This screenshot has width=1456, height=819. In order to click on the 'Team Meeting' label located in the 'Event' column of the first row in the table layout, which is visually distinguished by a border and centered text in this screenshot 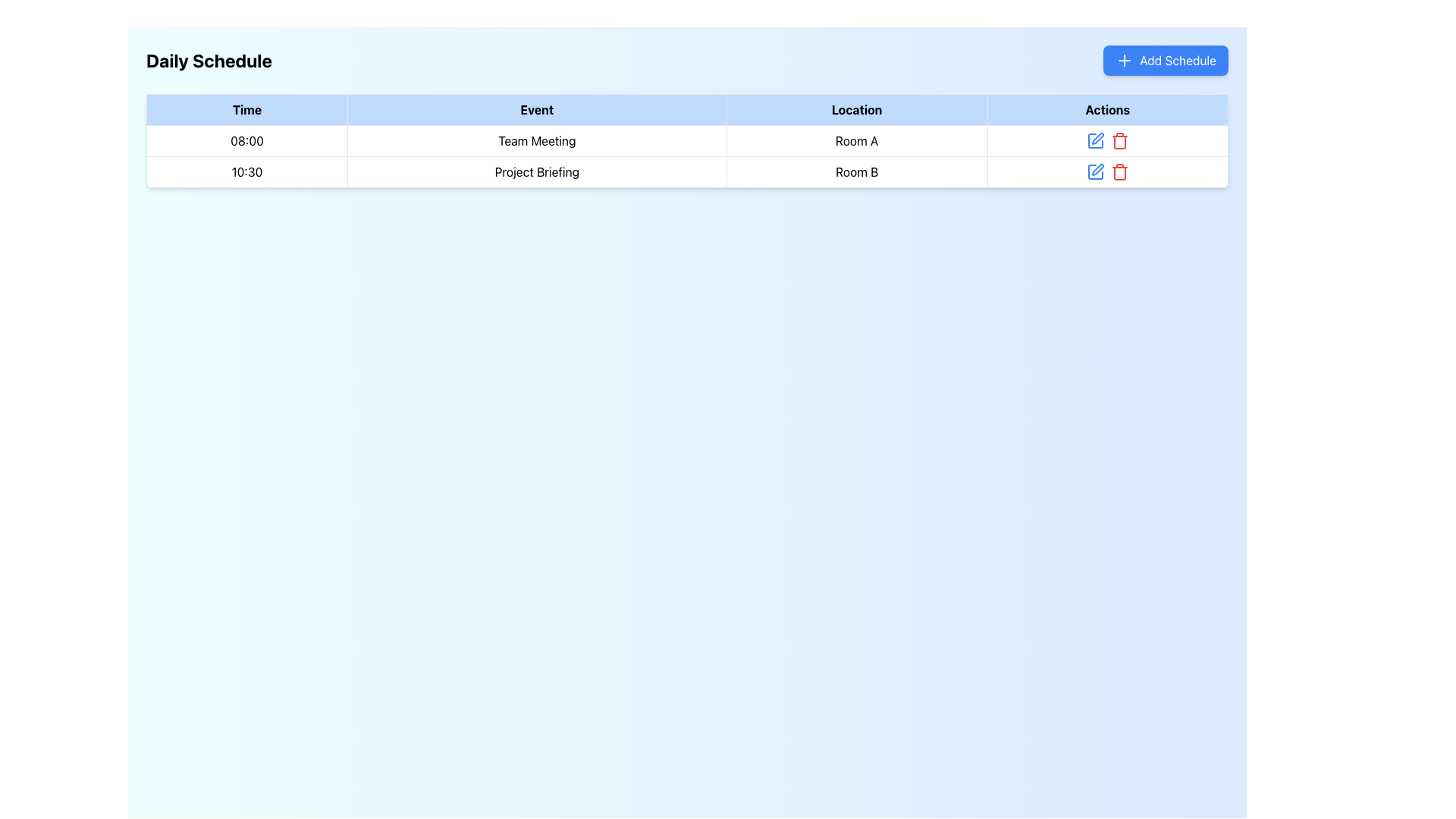, I will do `click(537, 140)`.